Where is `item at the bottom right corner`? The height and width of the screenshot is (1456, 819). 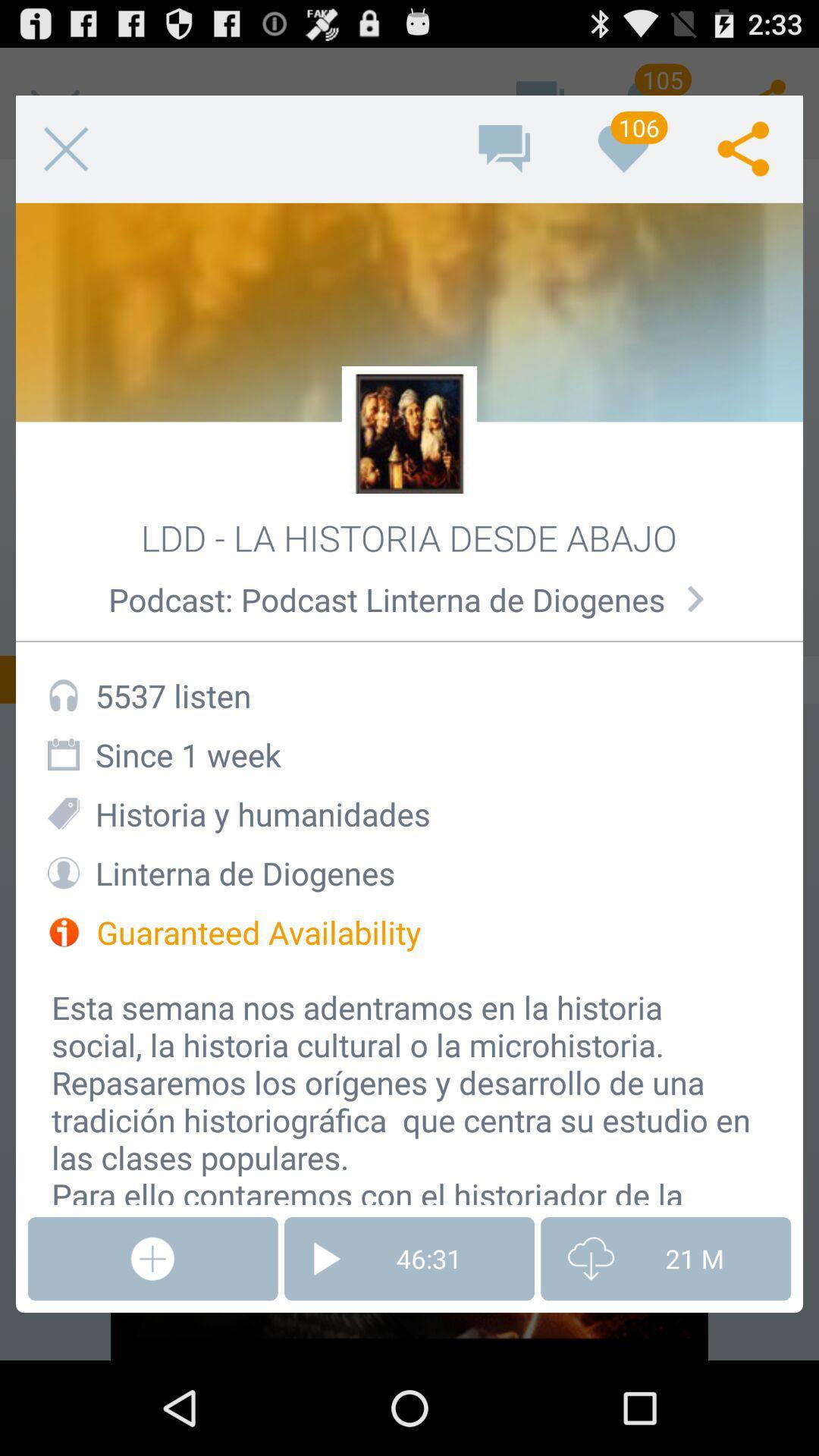 item at the bottom right corner is located at coordinates (665, 1259).